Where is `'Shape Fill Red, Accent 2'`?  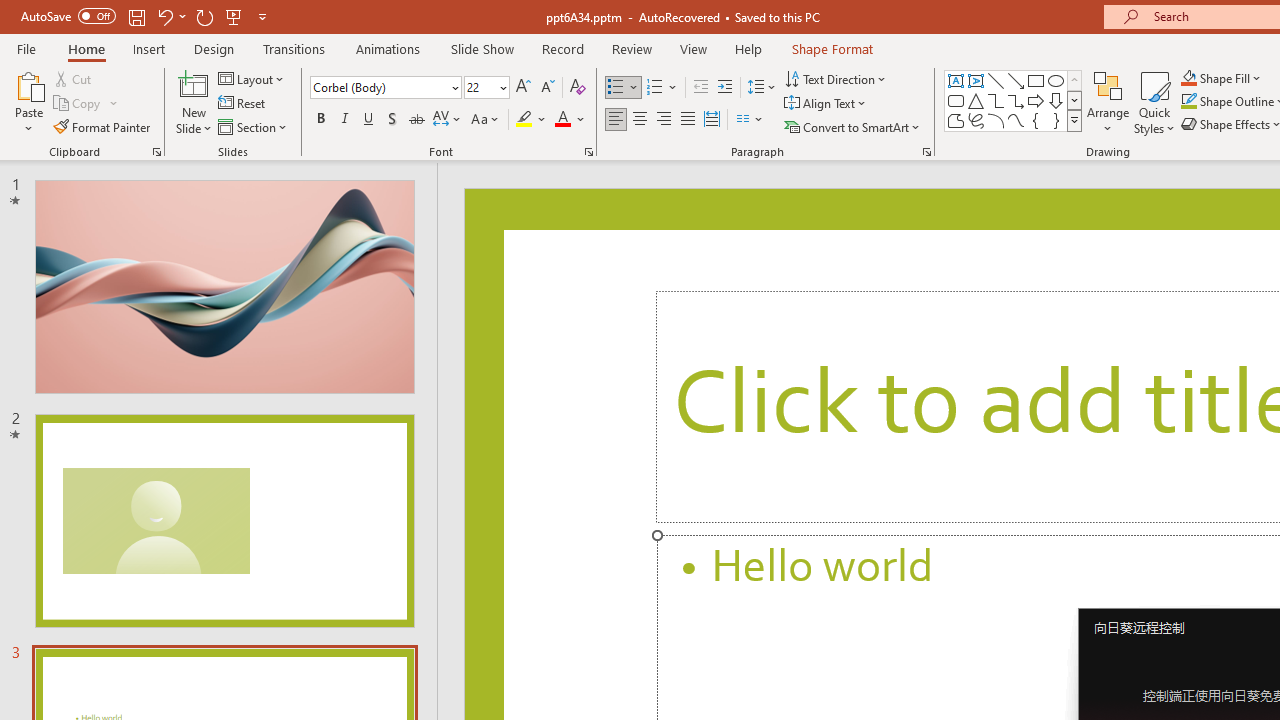 'Shape Fill Red, Accent 2' is located at coordinates (1189, 77).